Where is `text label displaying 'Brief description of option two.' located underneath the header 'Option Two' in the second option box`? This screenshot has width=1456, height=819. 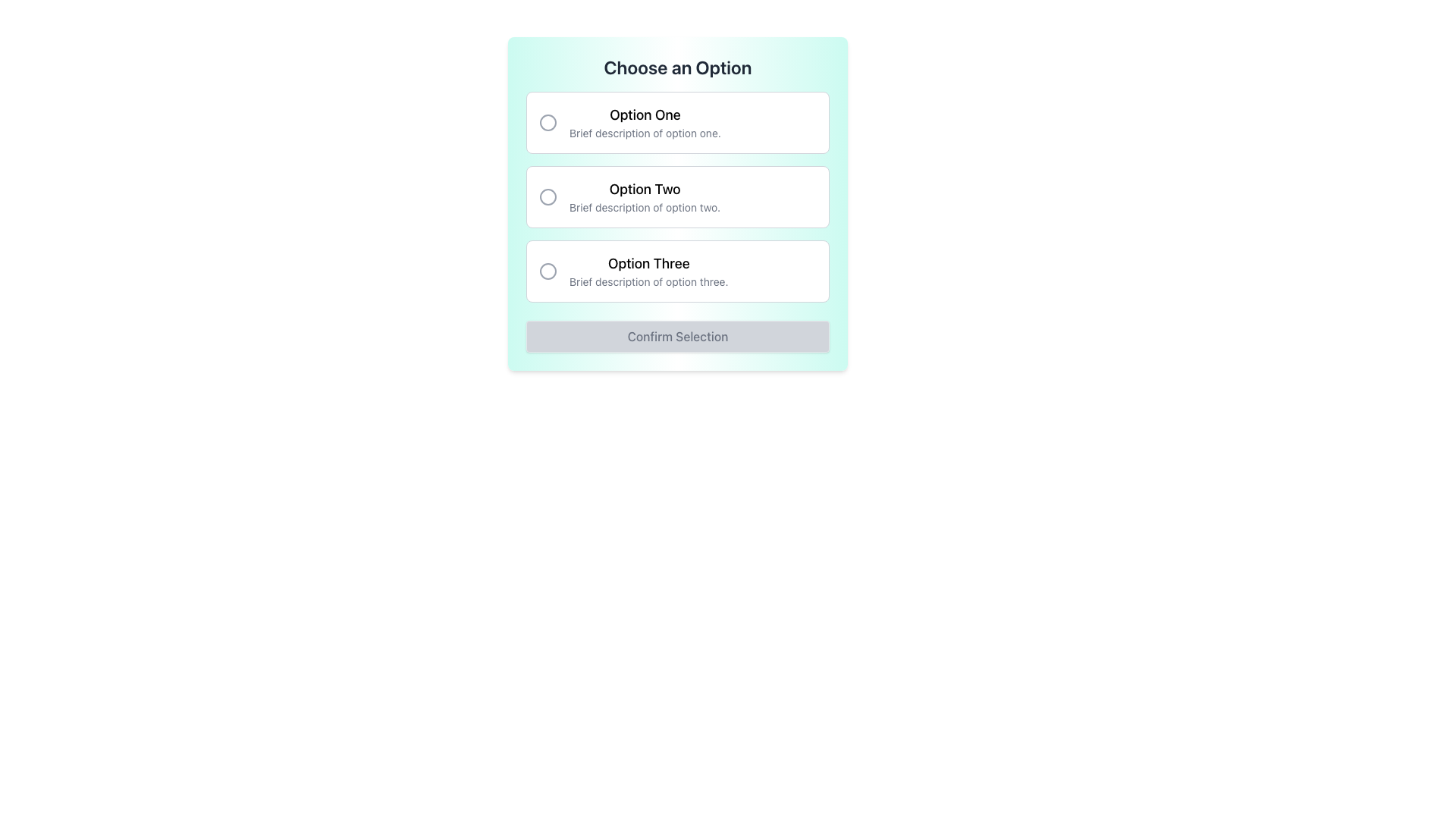
text label displaying 'Brief description of option two.' located underneath the header 'Option Two' in the second option box is located at coordinates (645, 207).